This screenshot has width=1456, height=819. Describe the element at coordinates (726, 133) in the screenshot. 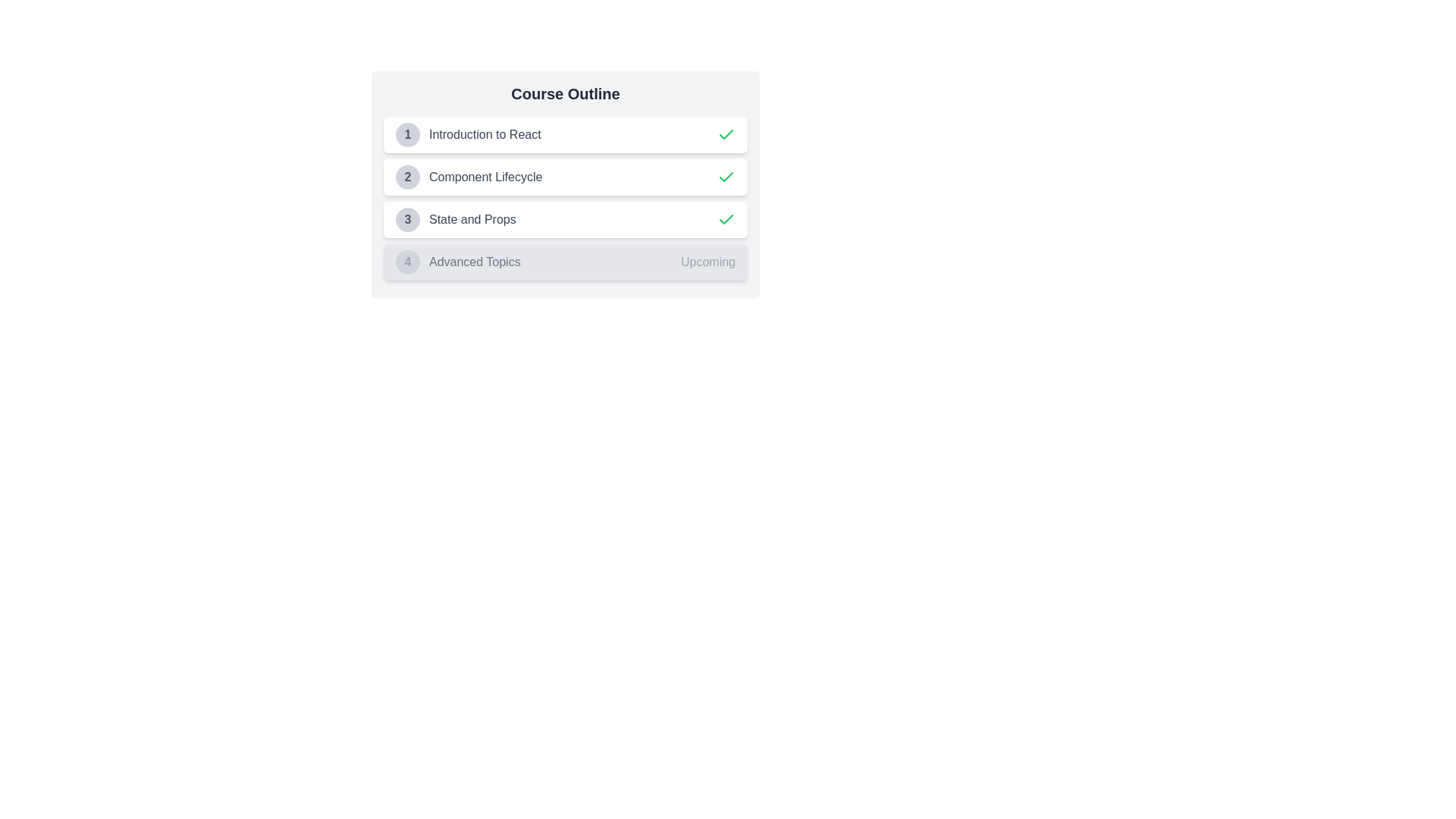

I see `the checkmark icon indicating a completed or verified state for the second item in the 'Course Outline' list` at that location.